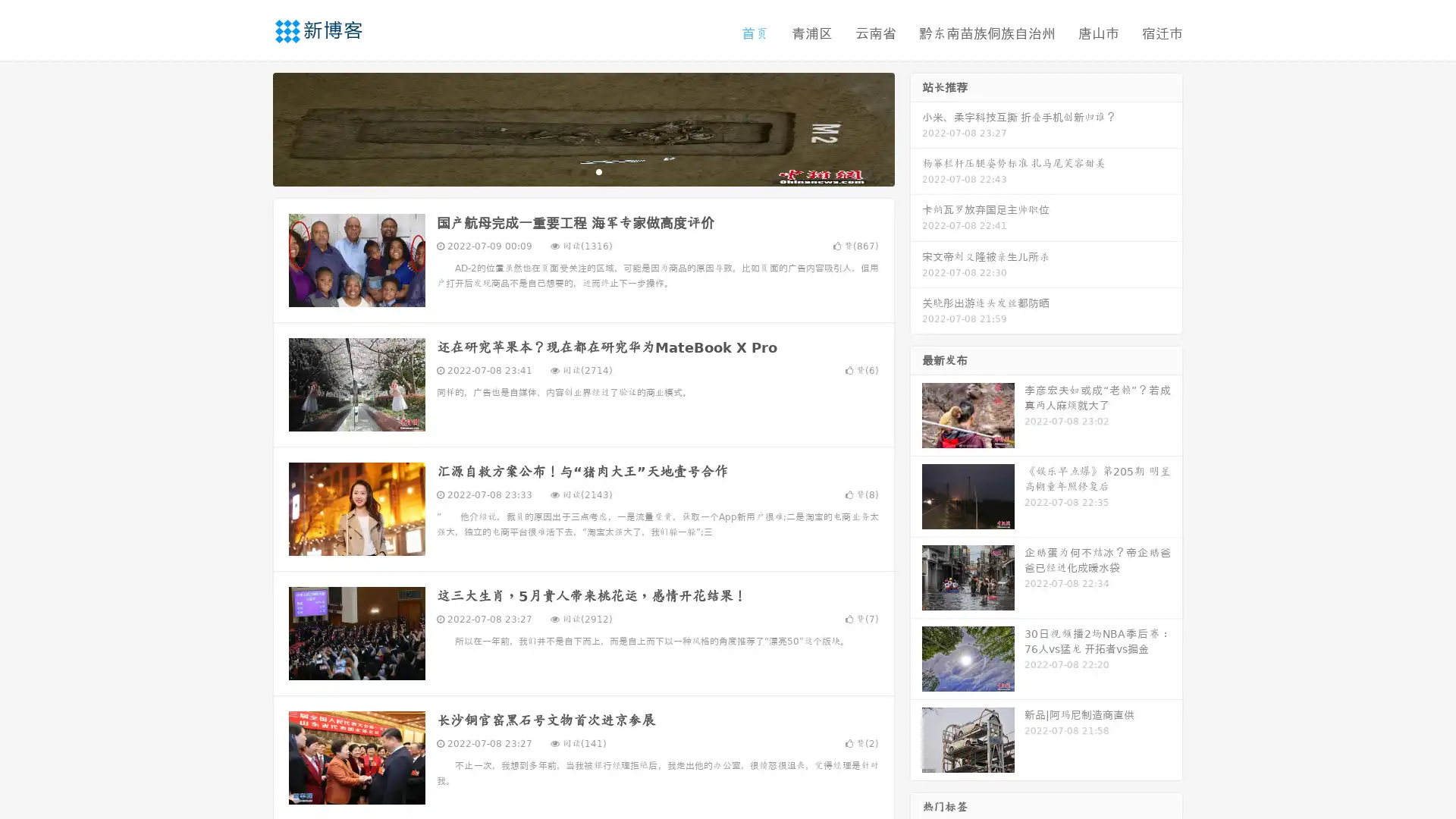  I want to click on Go to slide 3, so click(598, 171).